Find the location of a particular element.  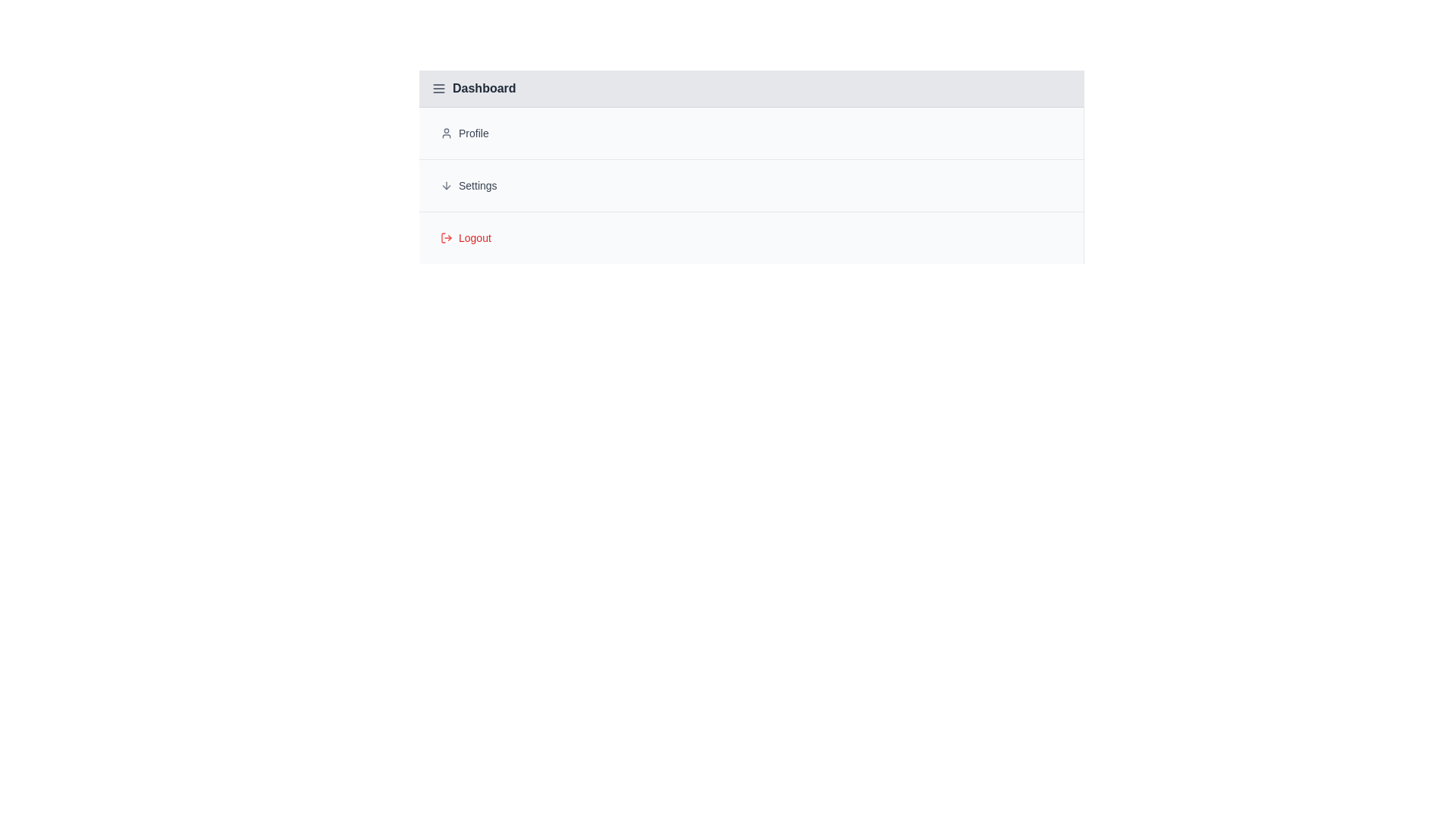

the menu item Profile to interact with it is located at coordinates (751, 133).